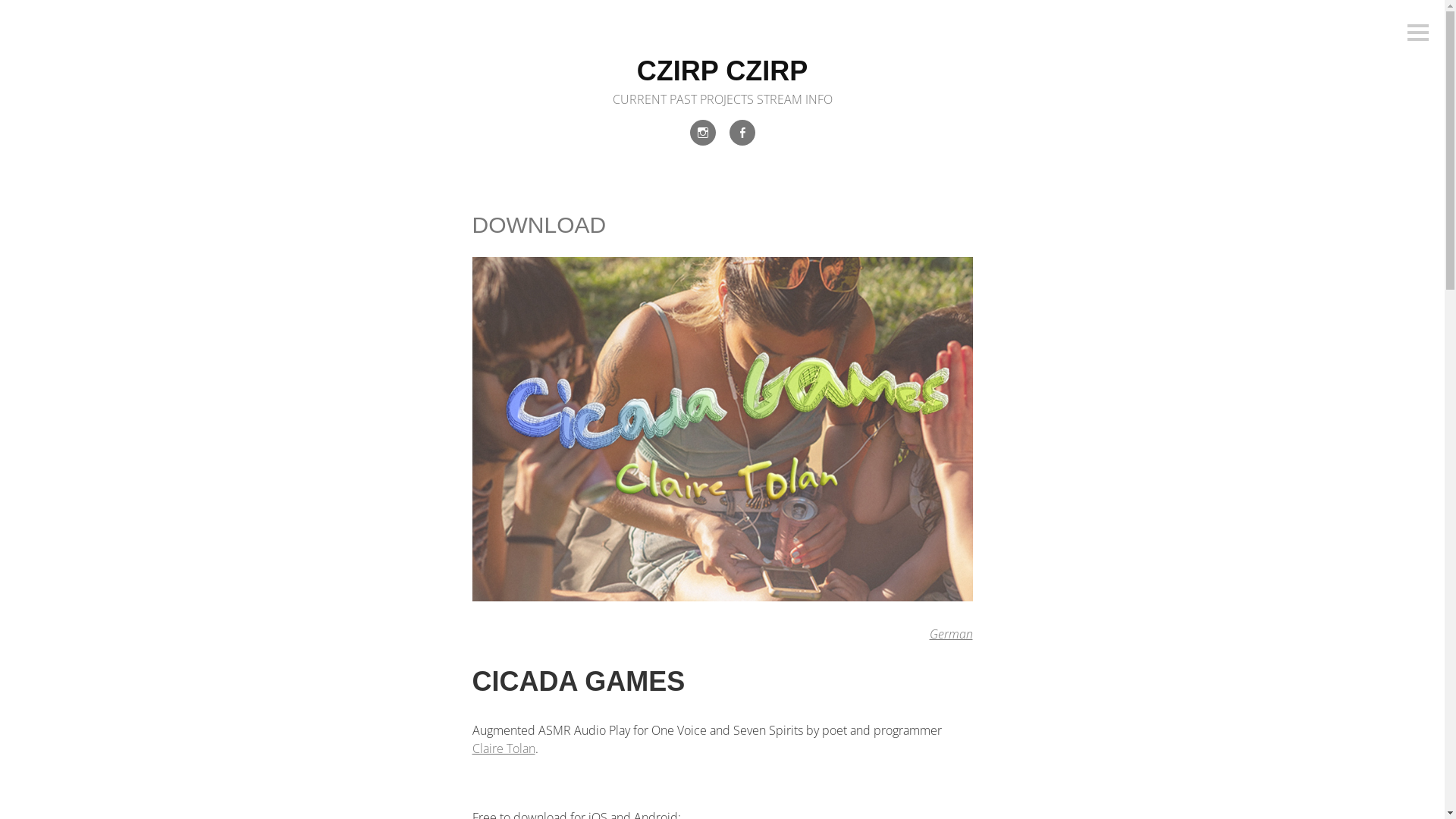 The image size is (1456, 819). Describe the element at coordinates (818, 99) in the screenshot. I see `'INFO'` at that location.